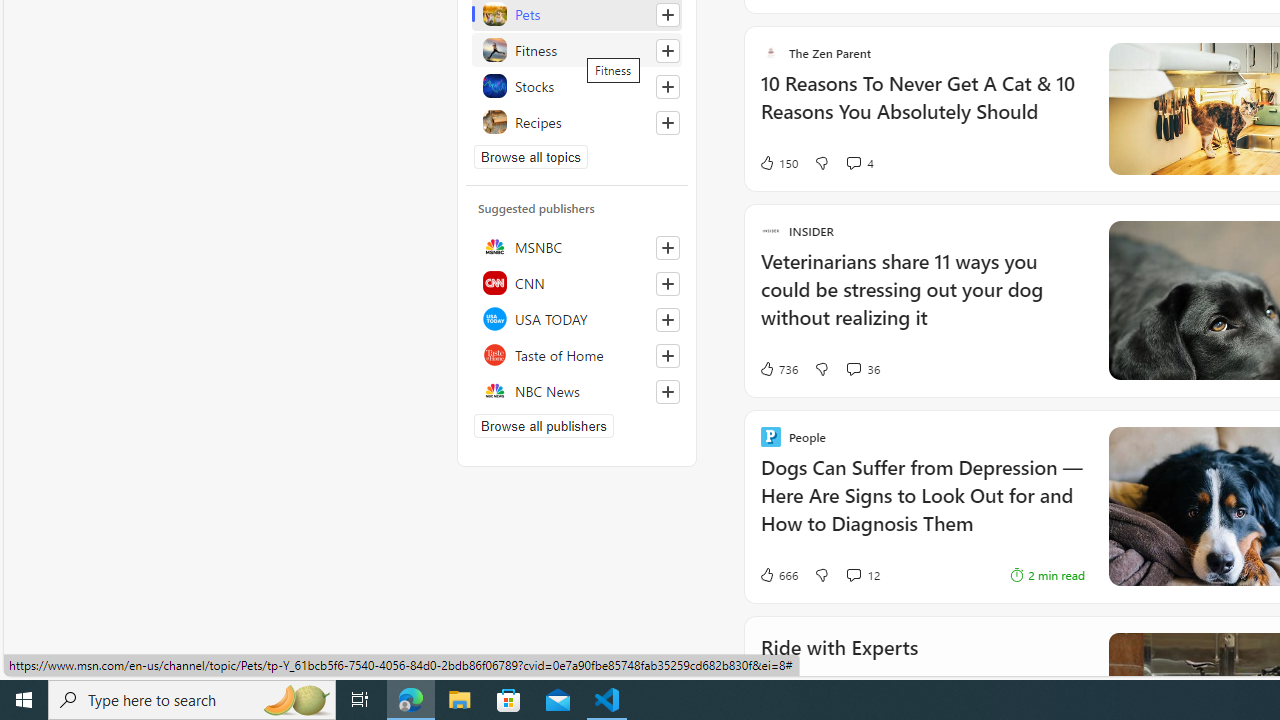  Describe the element at coordinates (576, 317) in the screenshot. I see `'USA TODAY'` at that location.